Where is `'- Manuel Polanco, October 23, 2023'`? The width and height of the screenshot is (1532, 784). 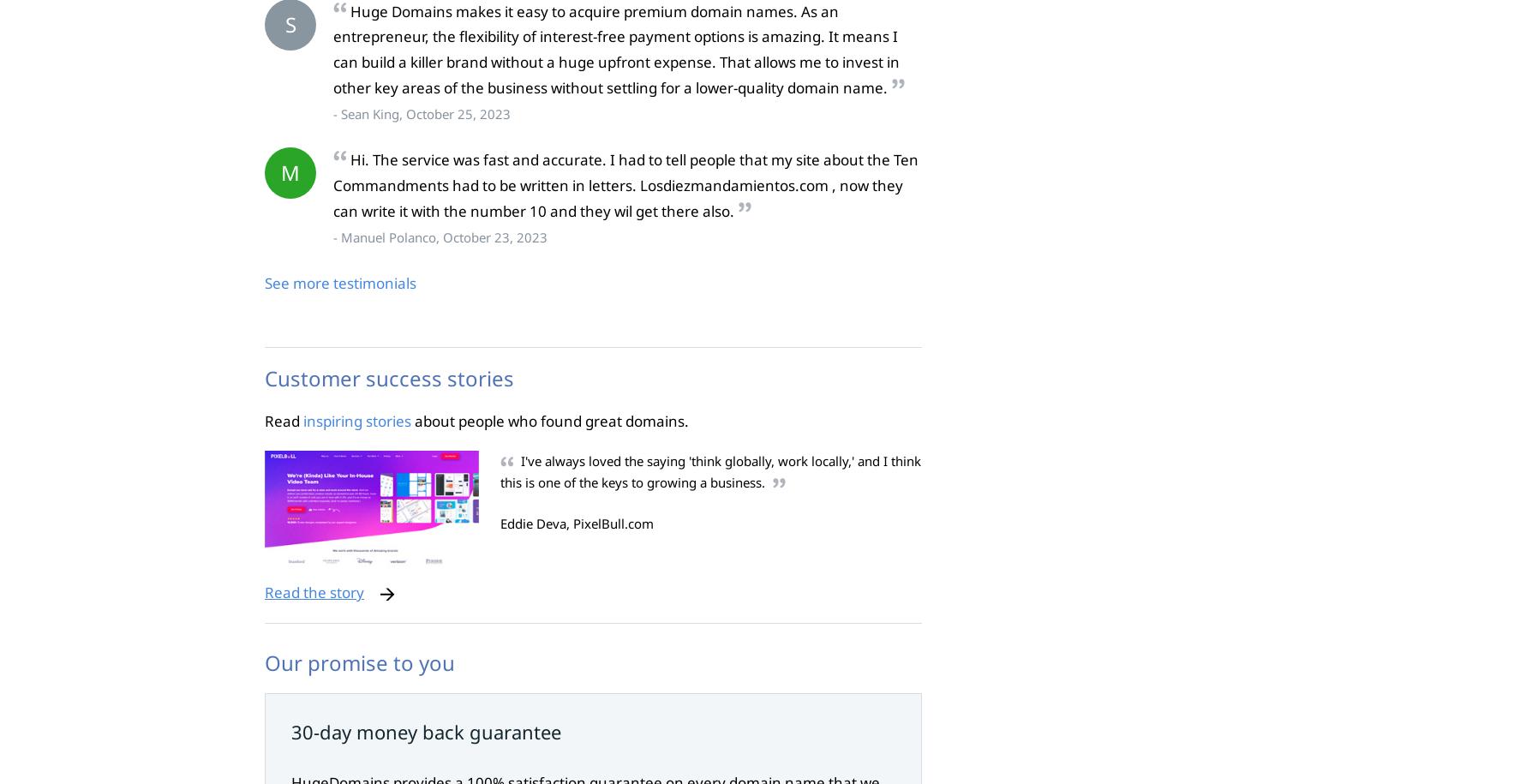 '- Manuel Polanco, October 23, 2023' is located at coordinates (440, 235).